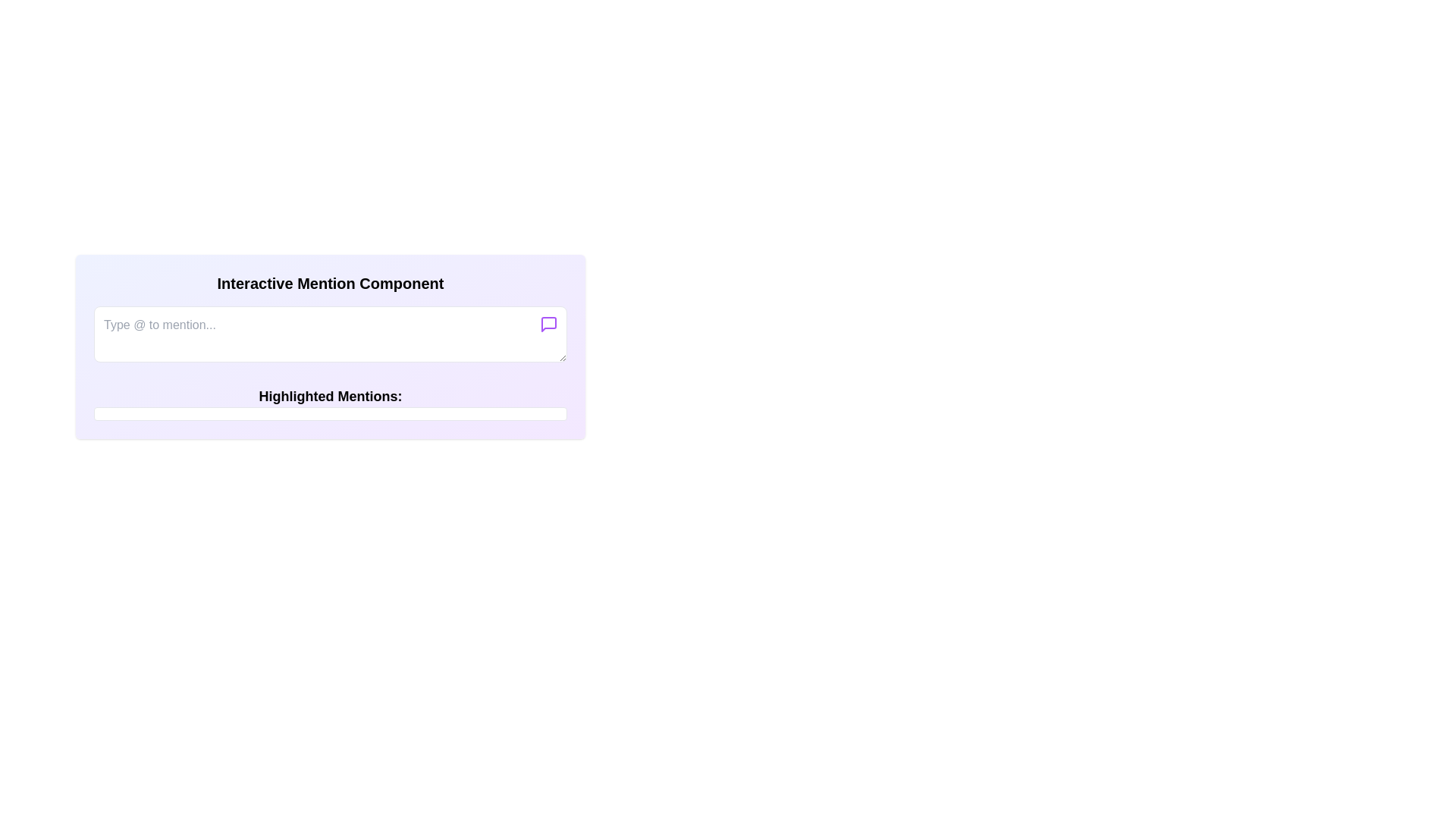 This screenshot has width=1456, height=819. What do you see at coordinates (548, 324) in the screenshot?
I see `the purple chat bubble icon outlined in a darker shade of purple located at the top-right corner of the input box in the Interactive Mention Component` at bounding box center [548, 324].